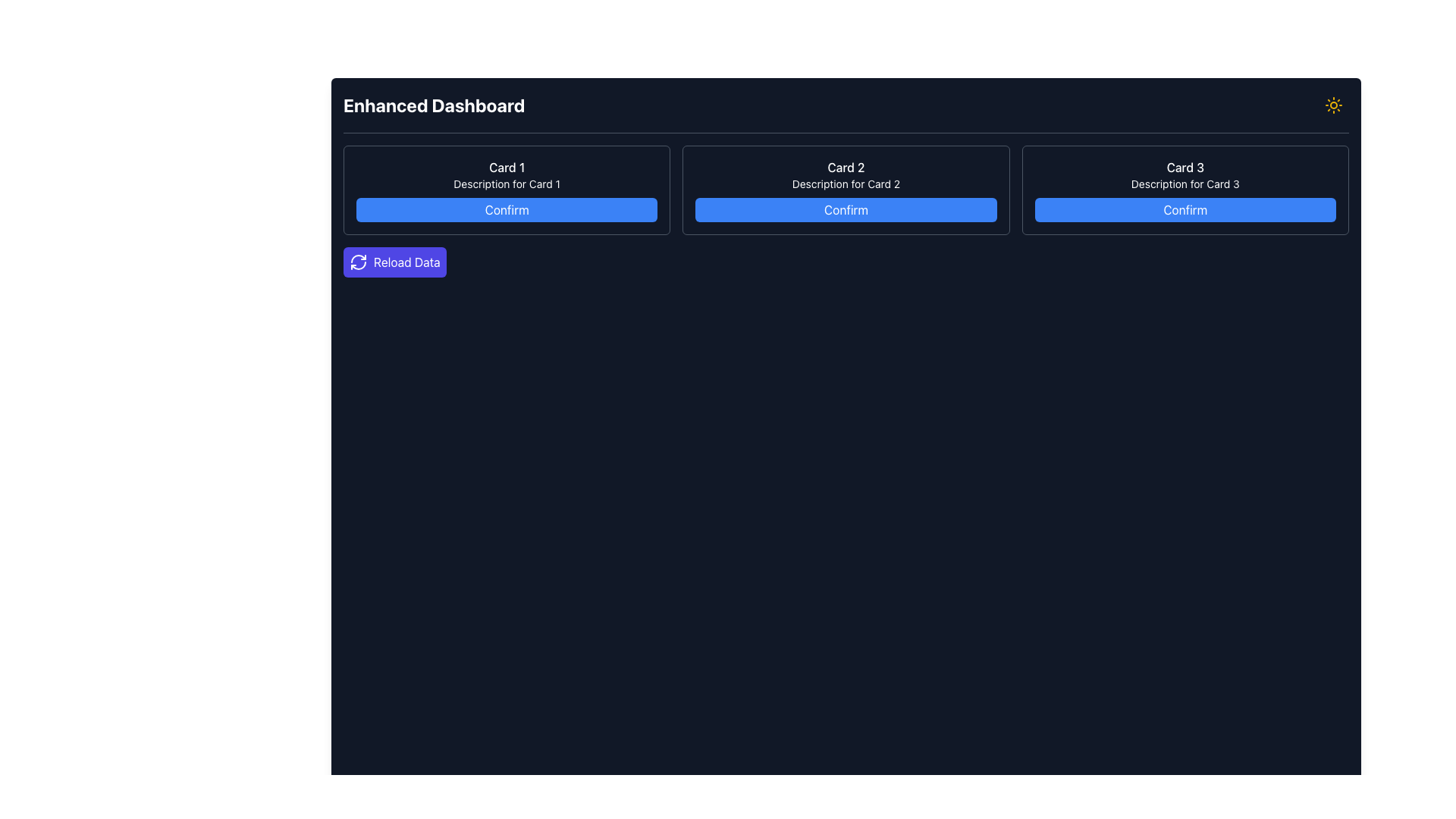 The width and height of the screenshot is (1456, 819). I want to click on the refresh button located at the bottom-left corner of the section containing three cards, below 'Card 1', to reload the displayed data, so click(394, 262).